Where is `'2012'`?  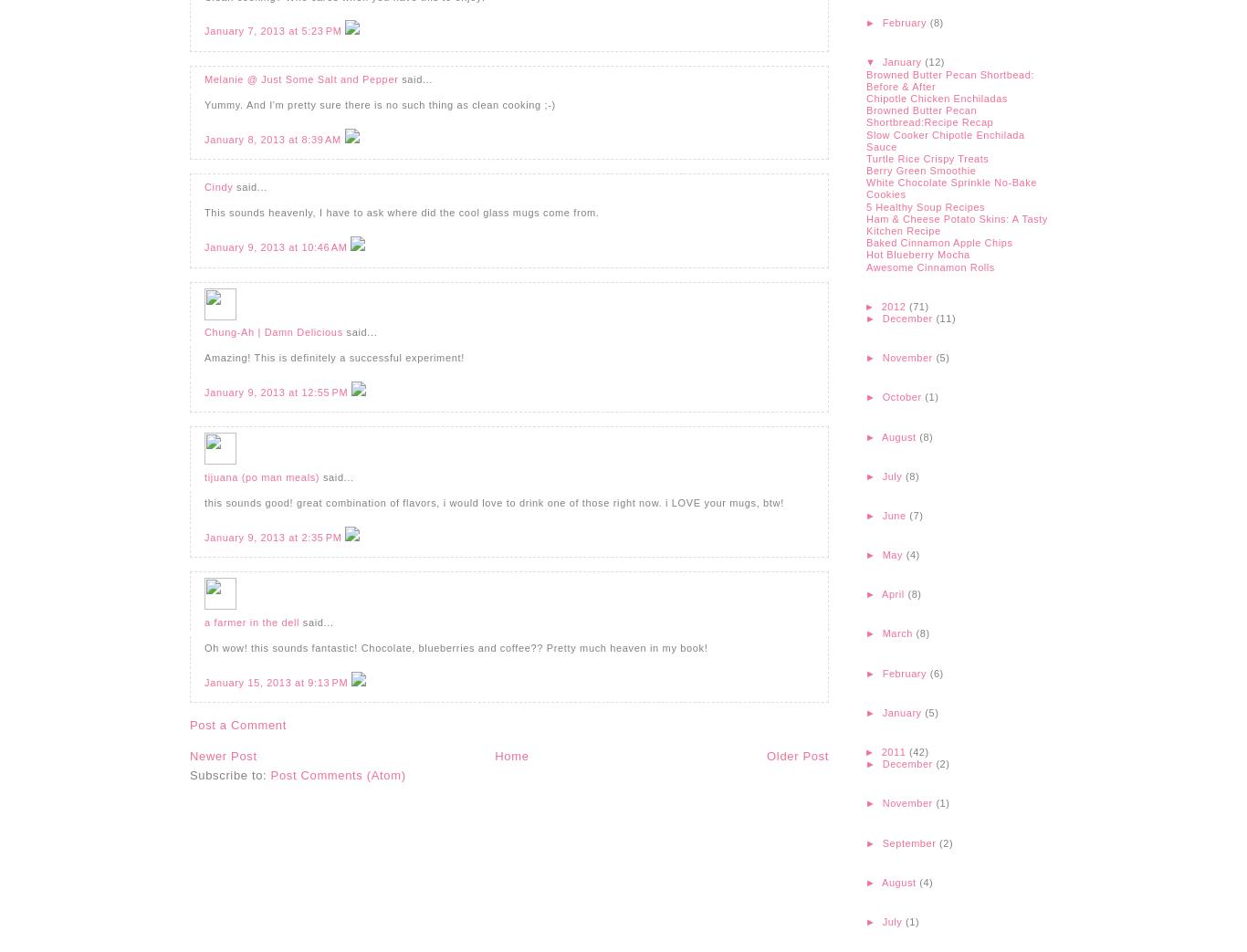
'2012' is located at coordinates (894, 305).